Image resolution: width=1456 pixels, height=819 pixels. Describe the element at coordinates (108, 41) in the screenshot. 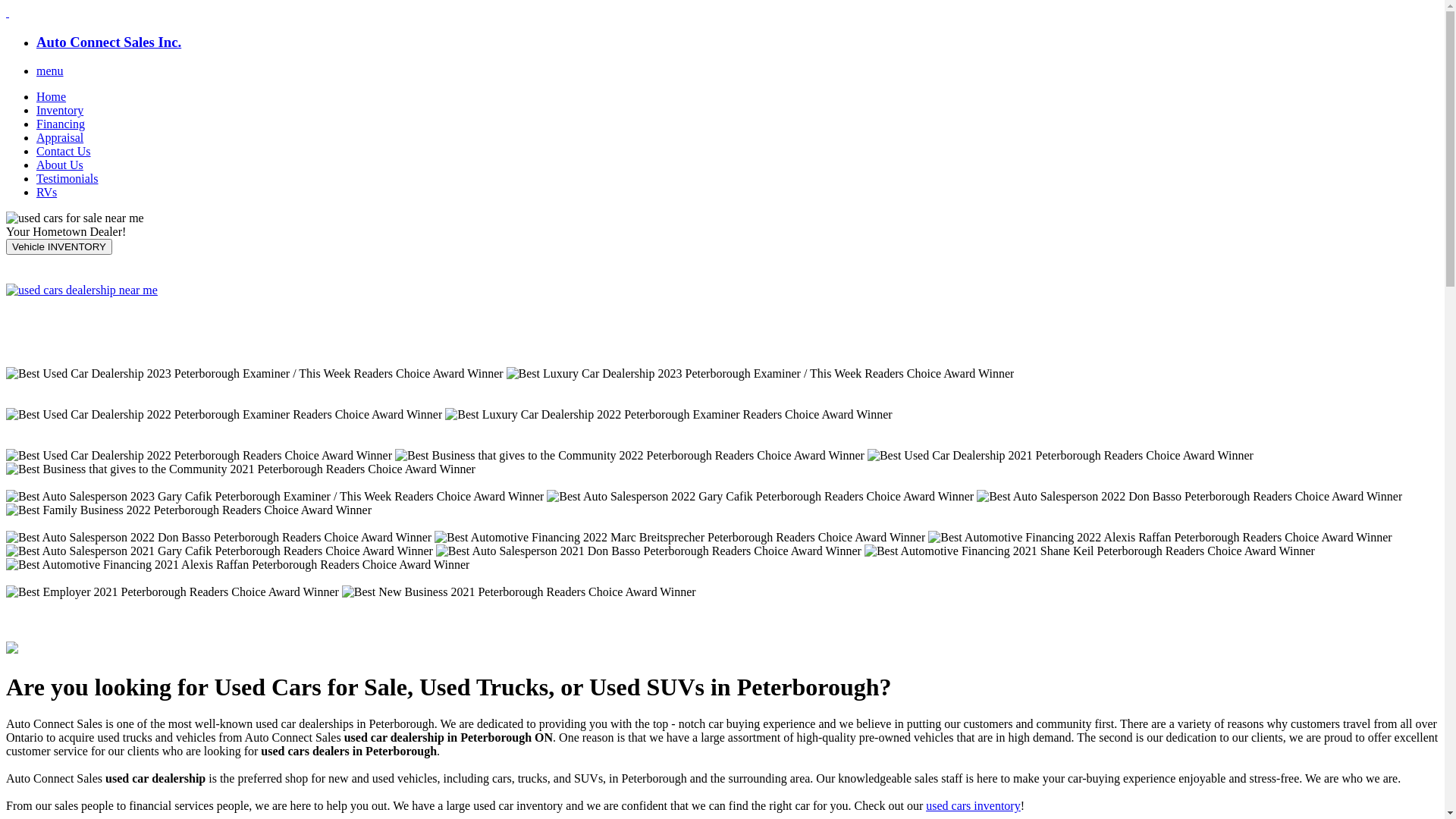

I see `'Auto Connect Sales Inc.'` at that location.